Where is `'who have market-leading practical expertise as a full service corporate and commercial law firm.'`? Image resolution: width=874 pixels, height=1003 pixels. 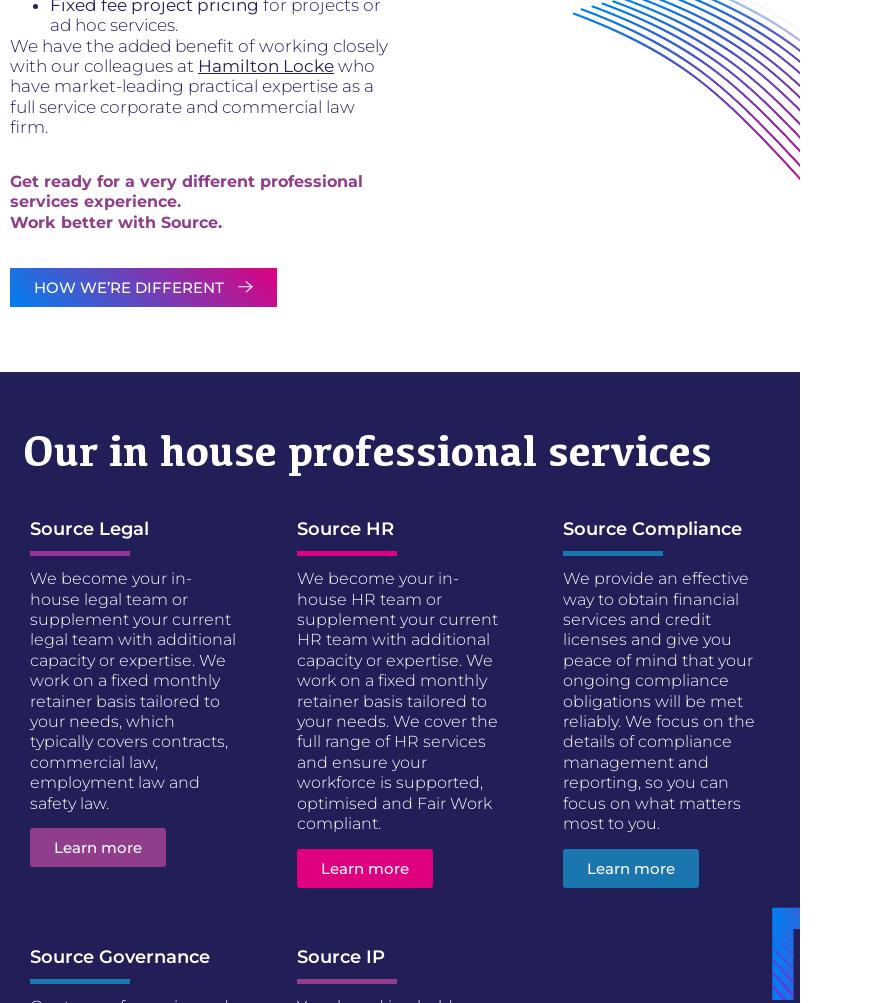 'who have market-leading practical expertise as a full service corporate and commercial law firm.' is located at coordinates (191, 96).